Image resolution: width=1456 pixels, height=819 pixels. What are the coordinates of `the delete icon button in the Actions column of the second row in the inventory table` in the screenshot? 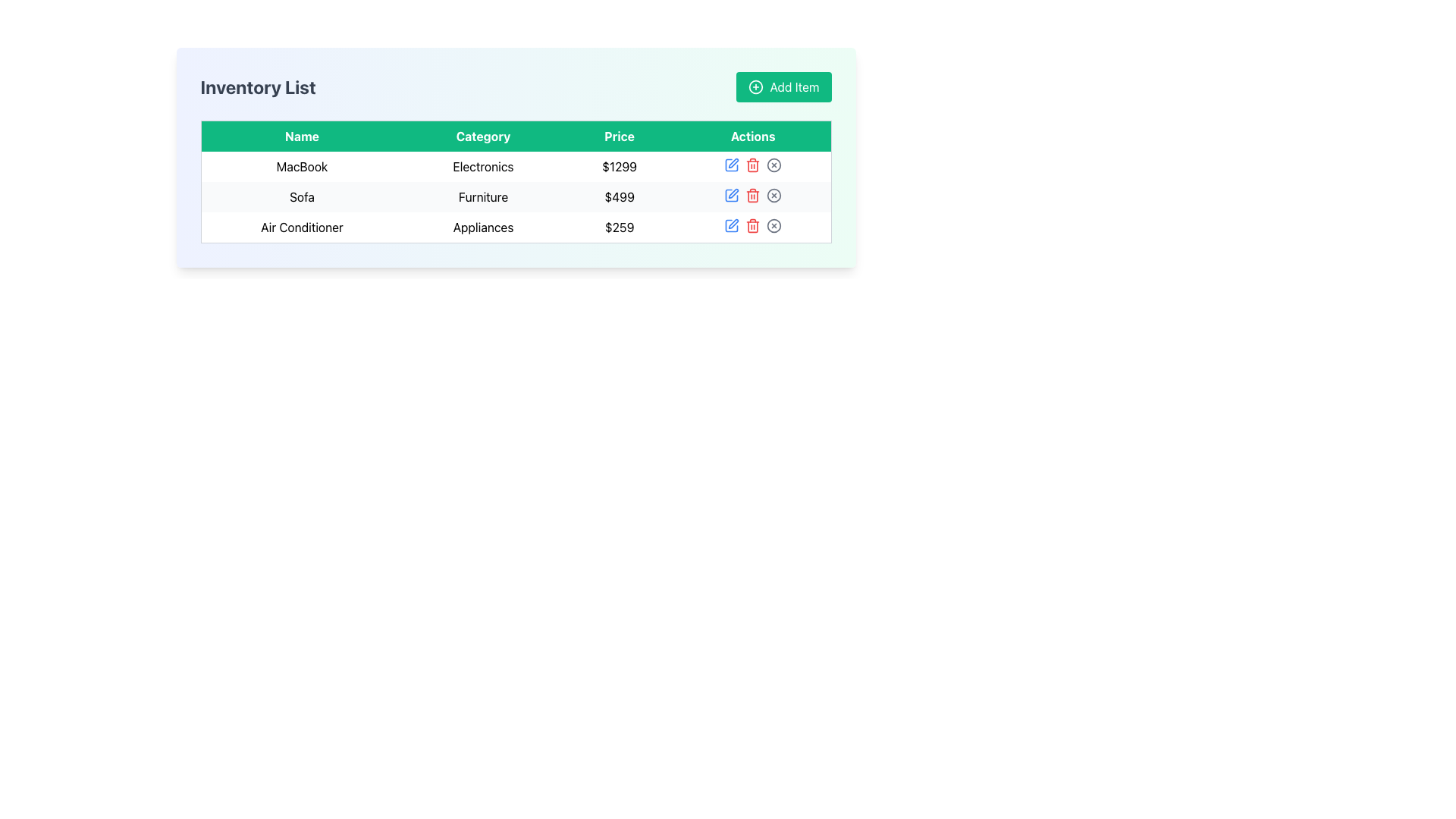 It's located at (753, 195).